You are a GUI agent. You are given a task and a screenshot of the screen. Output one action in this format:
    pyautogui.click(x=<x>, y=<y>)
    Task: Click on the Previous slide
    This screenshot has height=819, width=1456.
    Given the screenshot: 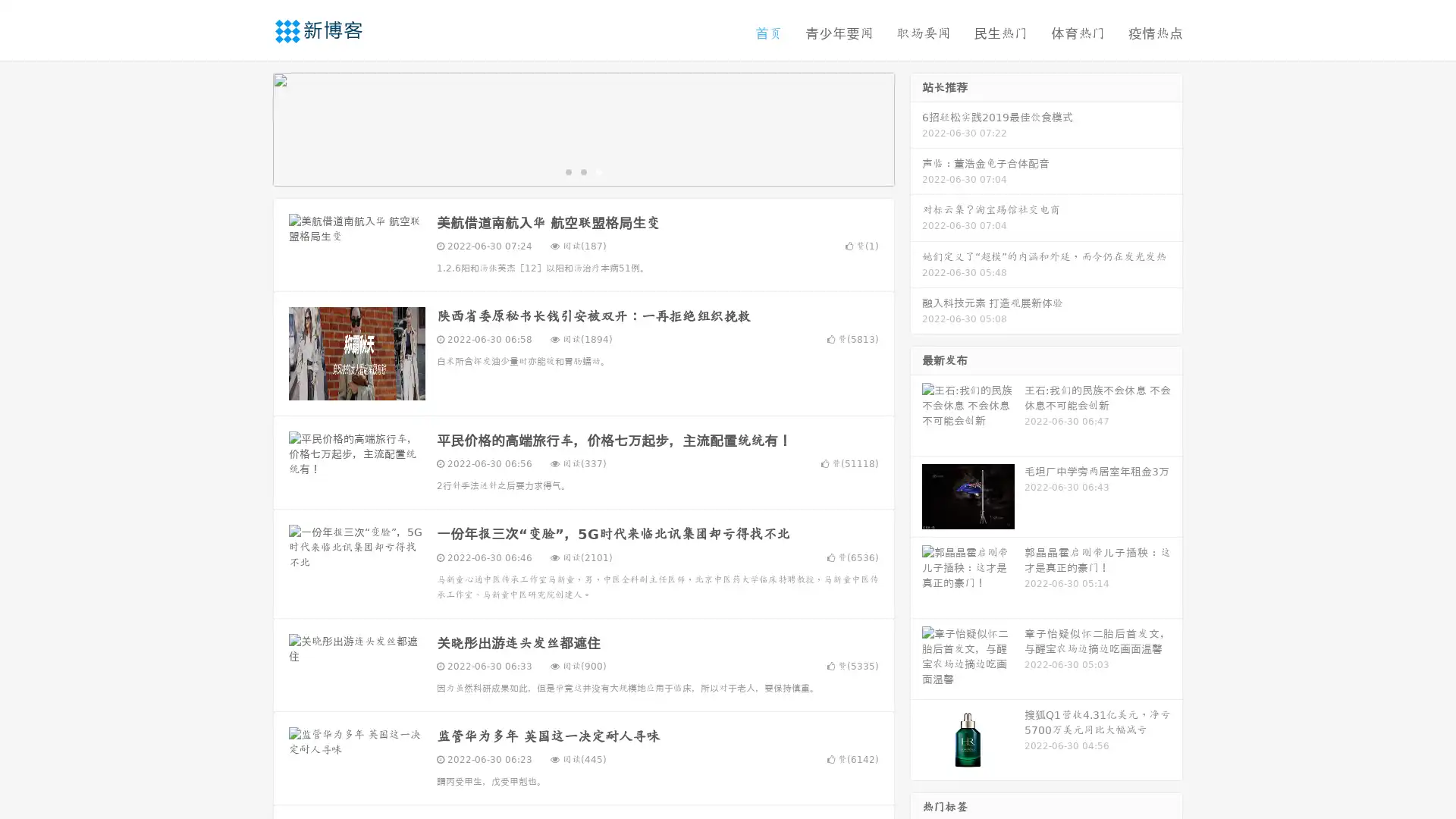 What is the action you would take?
    pyautogui.click(x=250, y=127)
    